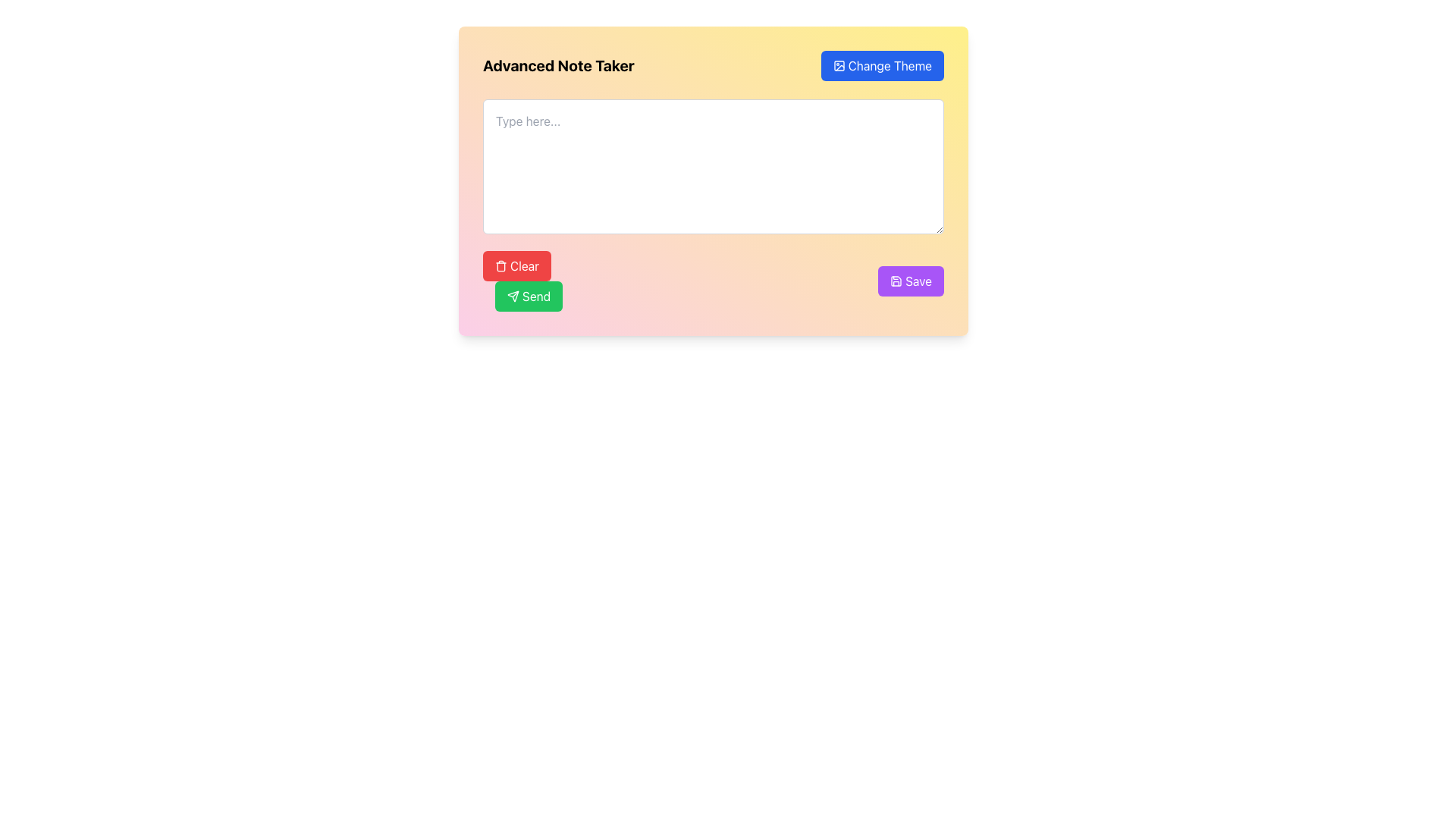 The image size is (1456, 819). What do you see at coordinates (882, 65) in the screenshot?
I see `the 'Change Theme' button, which is a horizontally rectangular button with a blue background and white text, located in the header section of the card` at bounding box center [882, 65].